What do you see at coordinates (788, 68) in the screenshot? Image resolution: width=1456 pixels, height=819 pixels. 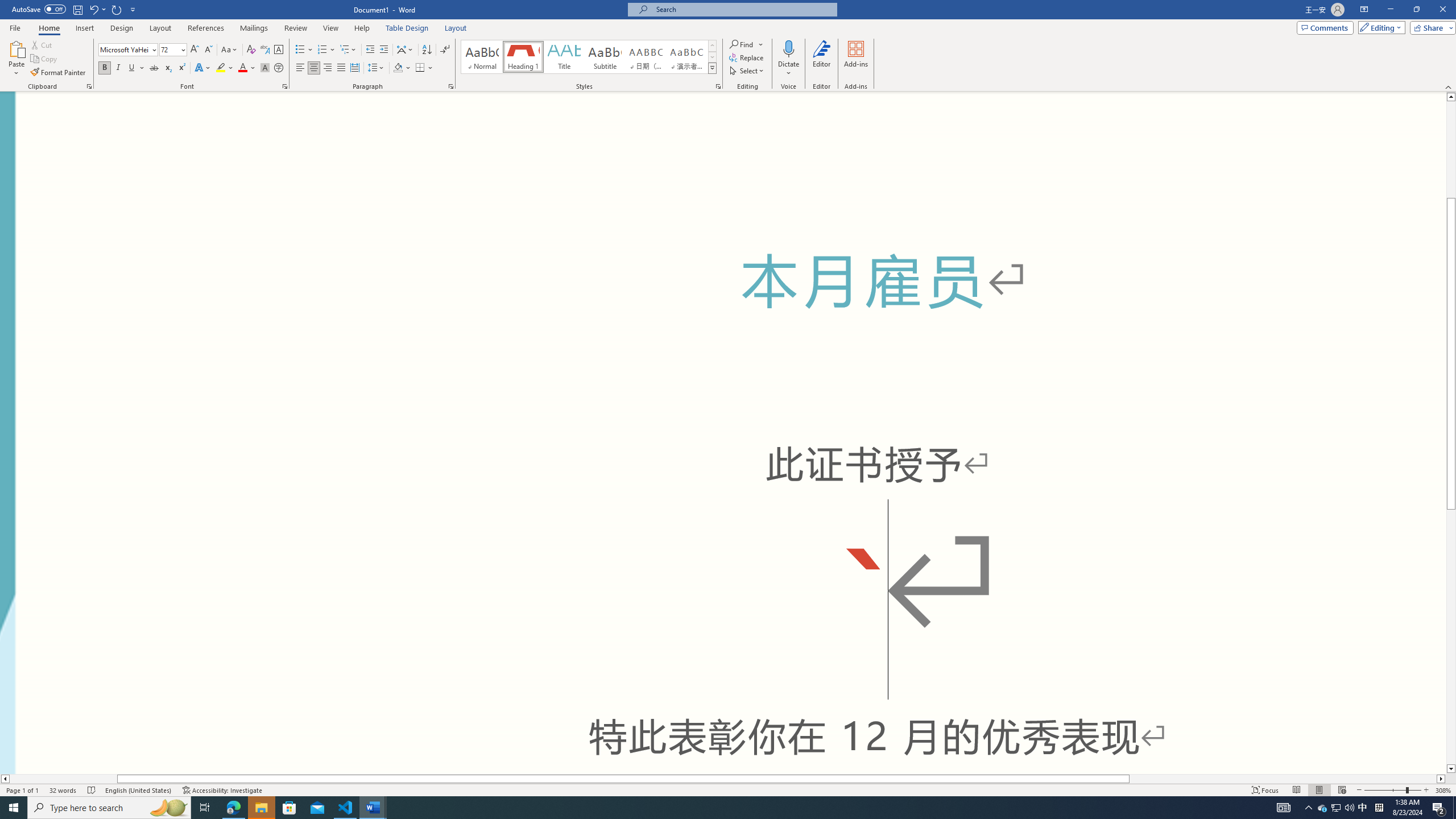 I see `'More Options'` at bounding box center [788, 68].